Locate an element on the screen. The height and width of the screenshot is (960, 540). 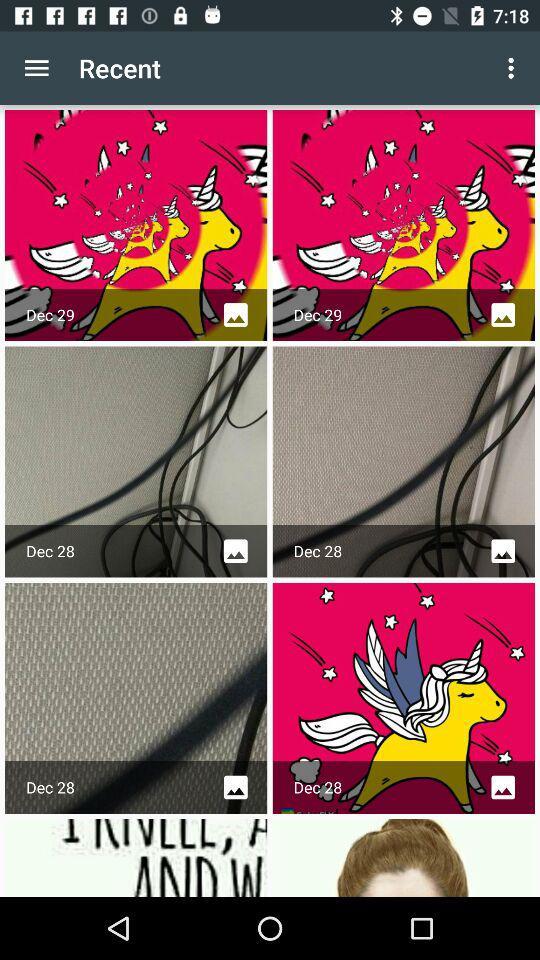
the 1st image in the 2nd row is located at coordinates (135, 462).